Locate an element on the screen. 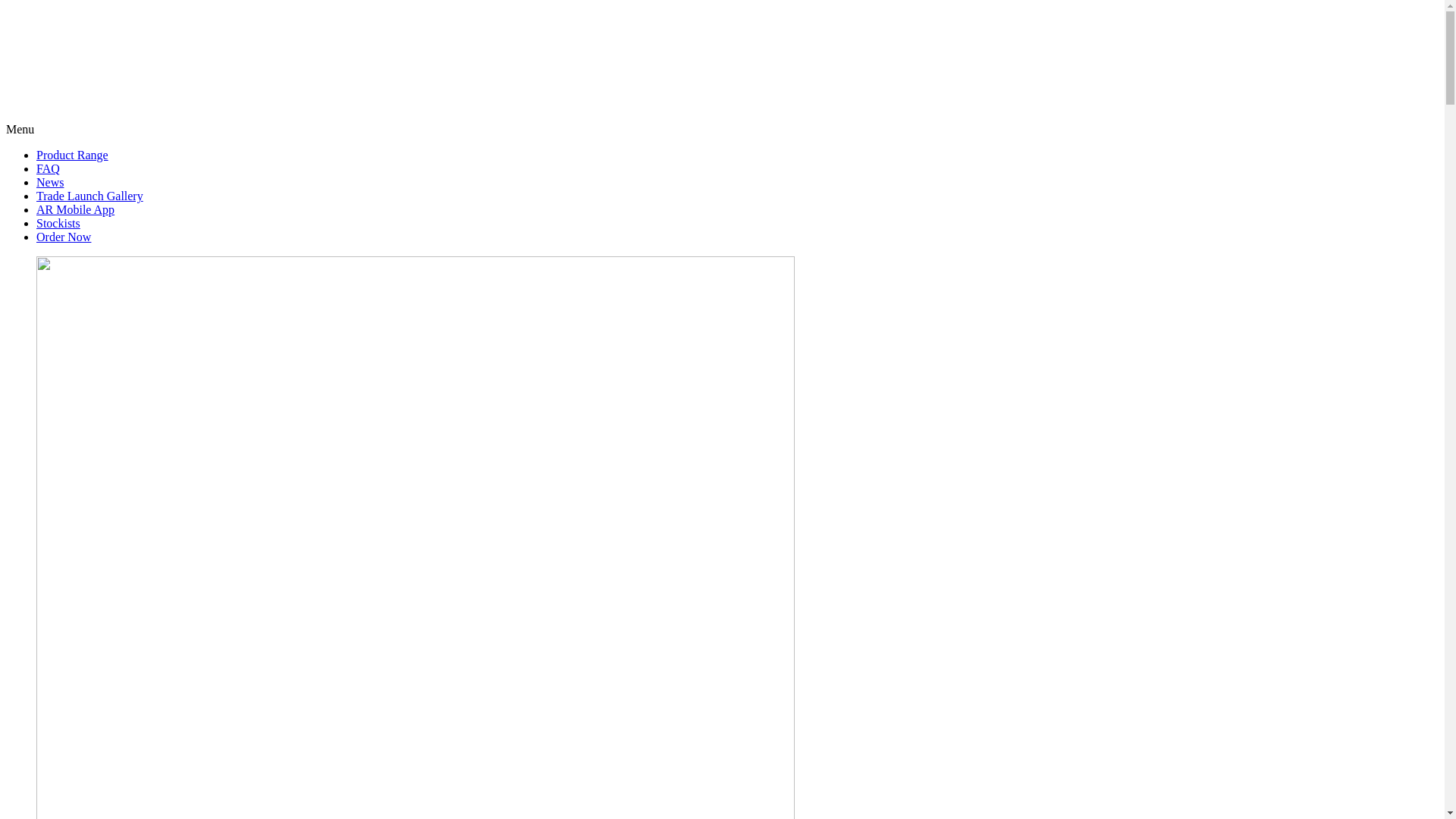 The width and height of the screenshot is (1456, 819). 'News' is located at coordinates (50, 181).